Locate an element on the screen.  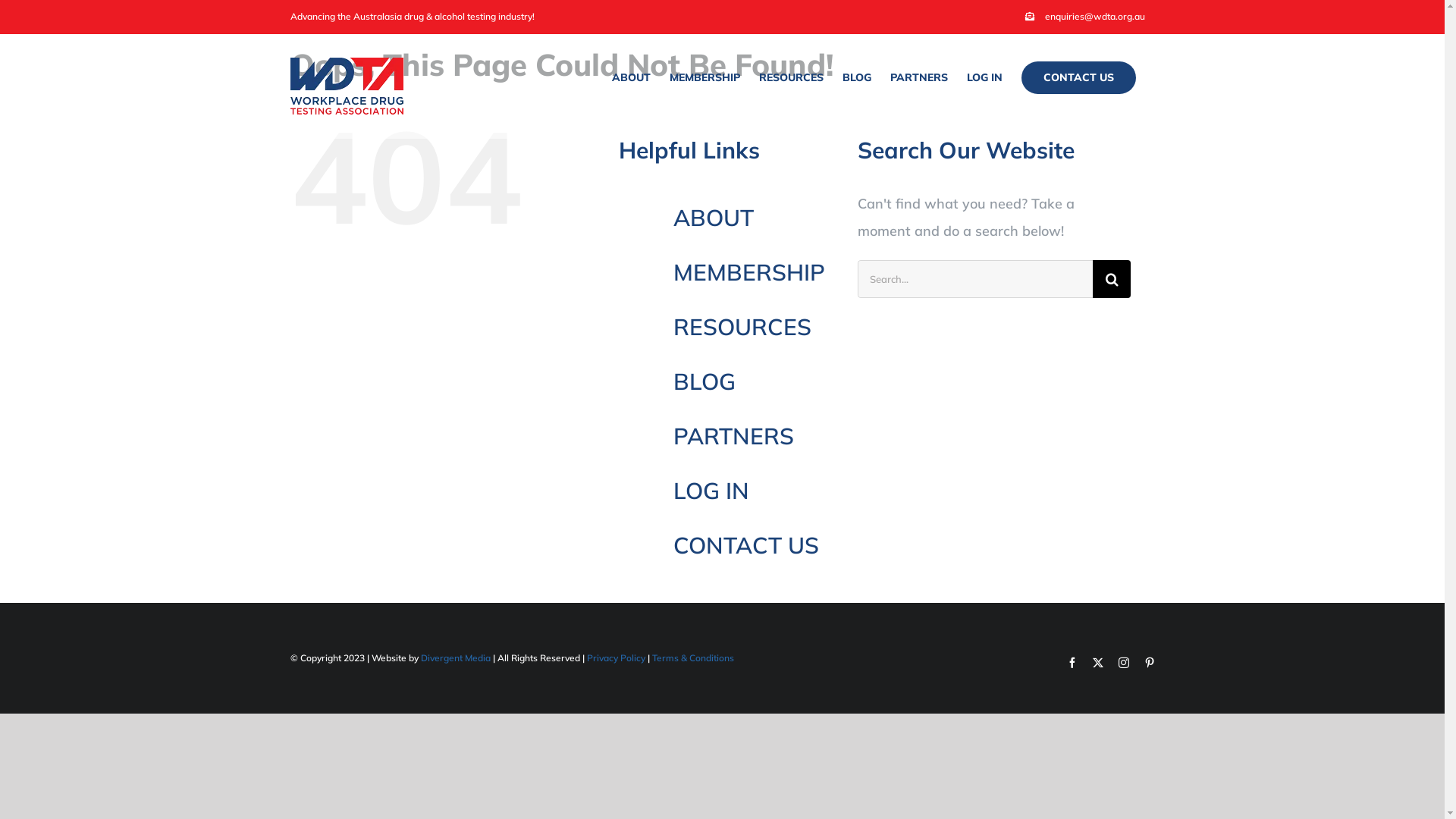
'PARTNERS' is located at coordinates (918, 77).